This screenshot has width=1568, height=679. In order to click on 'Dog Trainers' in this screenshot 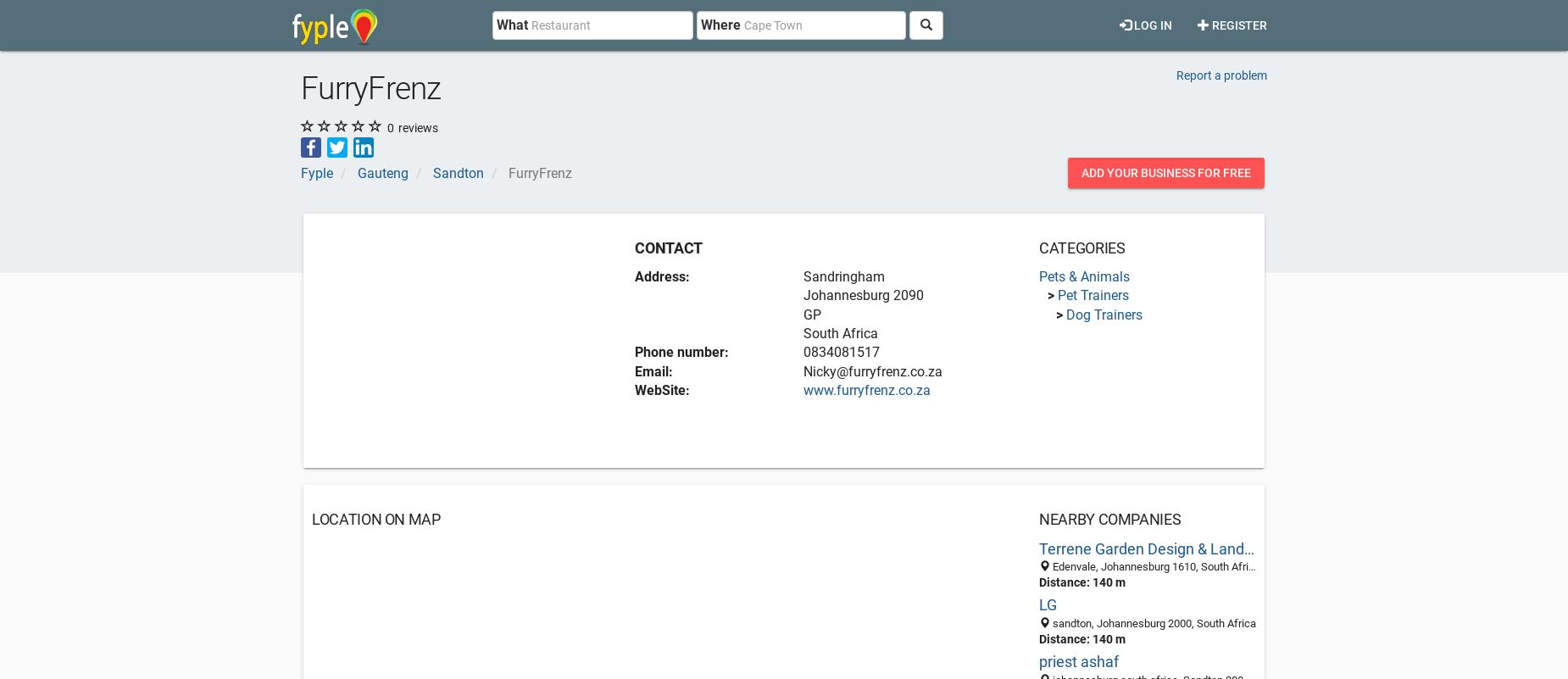, I will do `click(1103, 314)`.